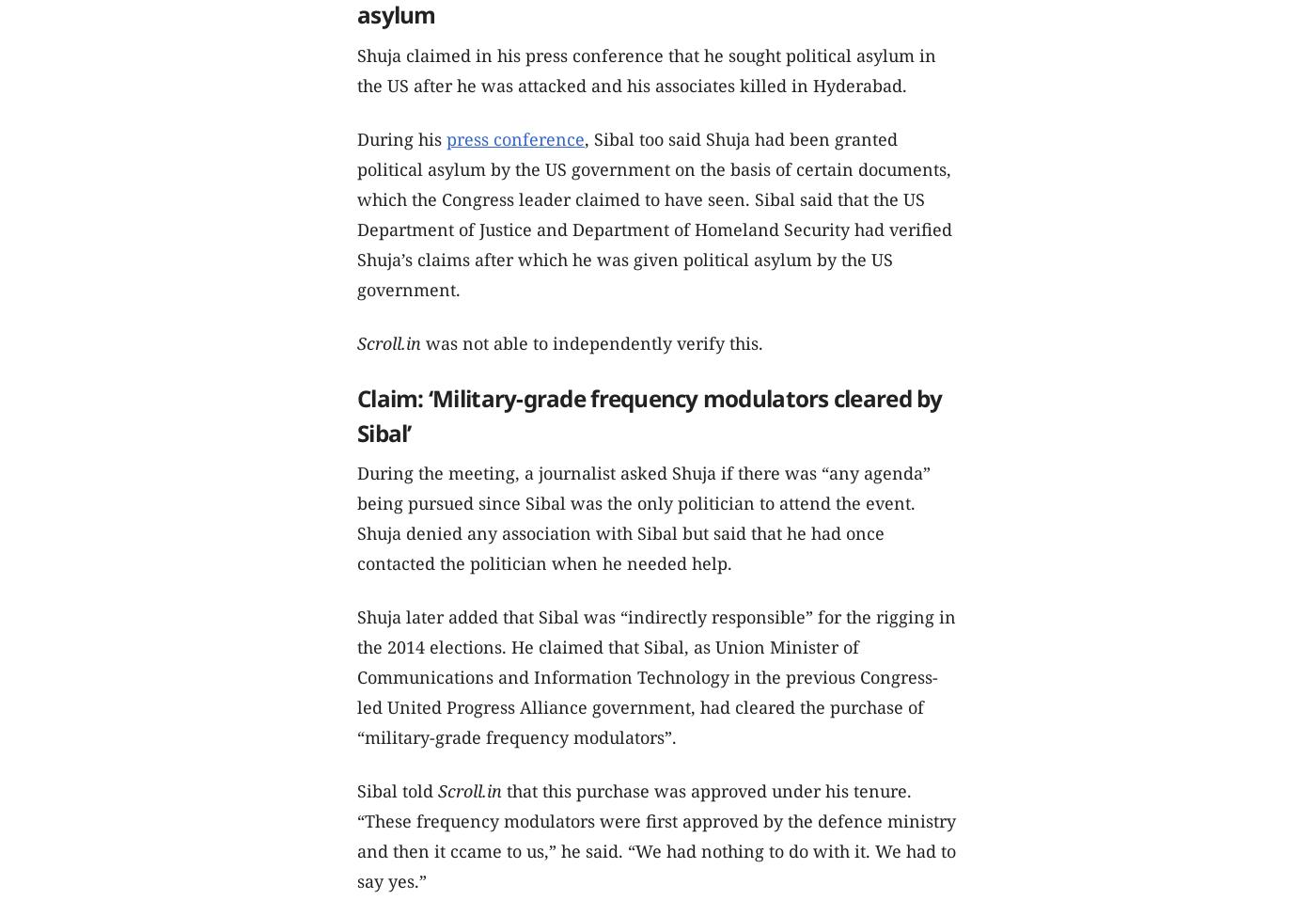 The image size is (1316, 916). I want to click on ', Sibal too said Shuja had been granted political asylum by the US government on the basis of certain documents, which the Congress leader claimed to have seen. Sibal said that the US Department of Justice and Department of Homeland Security had verified Shuja’s claims after which he was given political asylum by the US government.', so click(654, 214).